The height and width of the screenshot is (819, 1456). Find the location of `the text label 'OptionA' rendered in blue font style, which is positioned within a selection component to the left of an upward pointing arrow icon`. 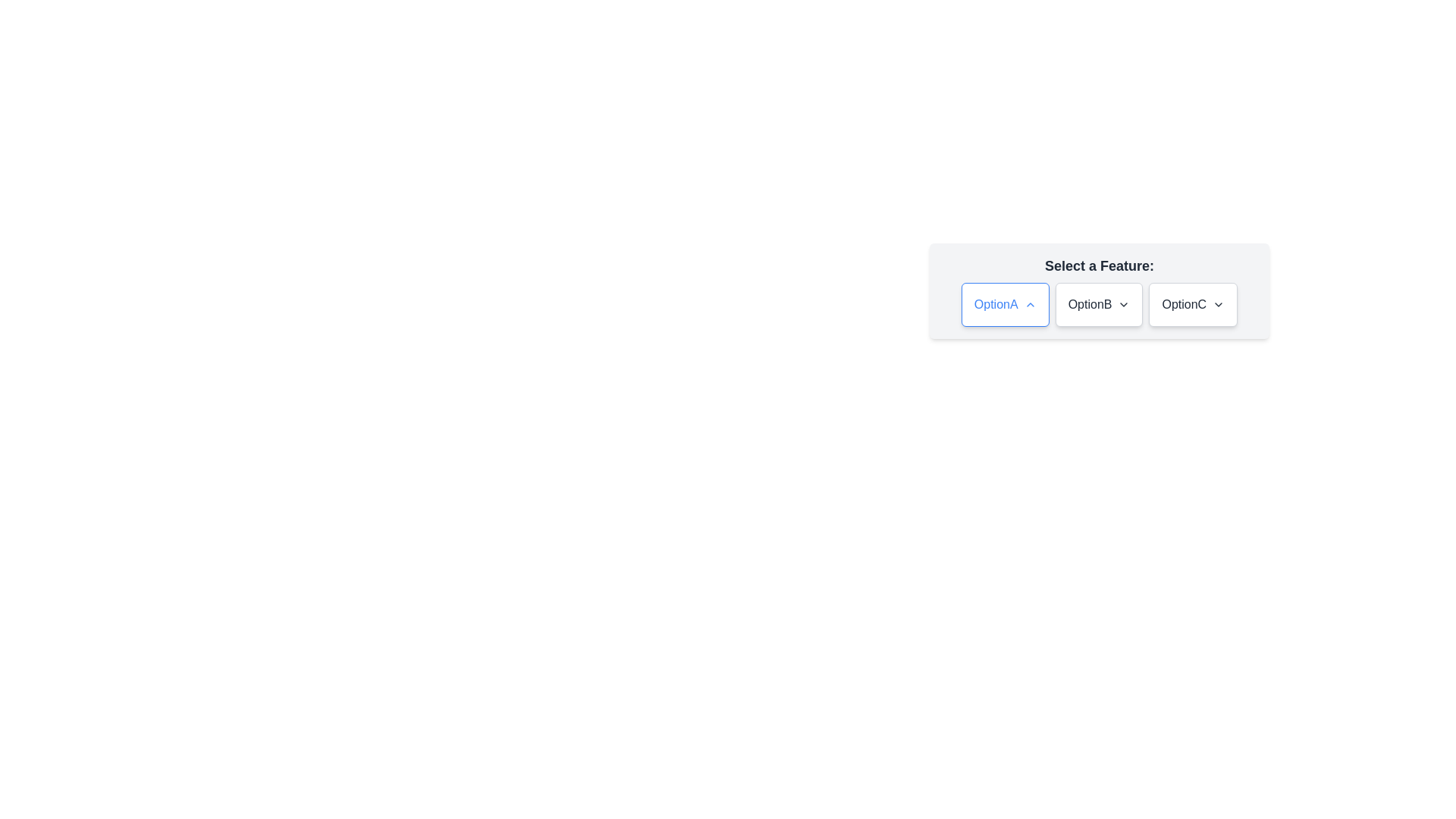

the text label 'OptionA' rendered in blue font style, which is positioned within a selection component to the left of an upward pointing arrow icon is located at coordinates (996, 304).